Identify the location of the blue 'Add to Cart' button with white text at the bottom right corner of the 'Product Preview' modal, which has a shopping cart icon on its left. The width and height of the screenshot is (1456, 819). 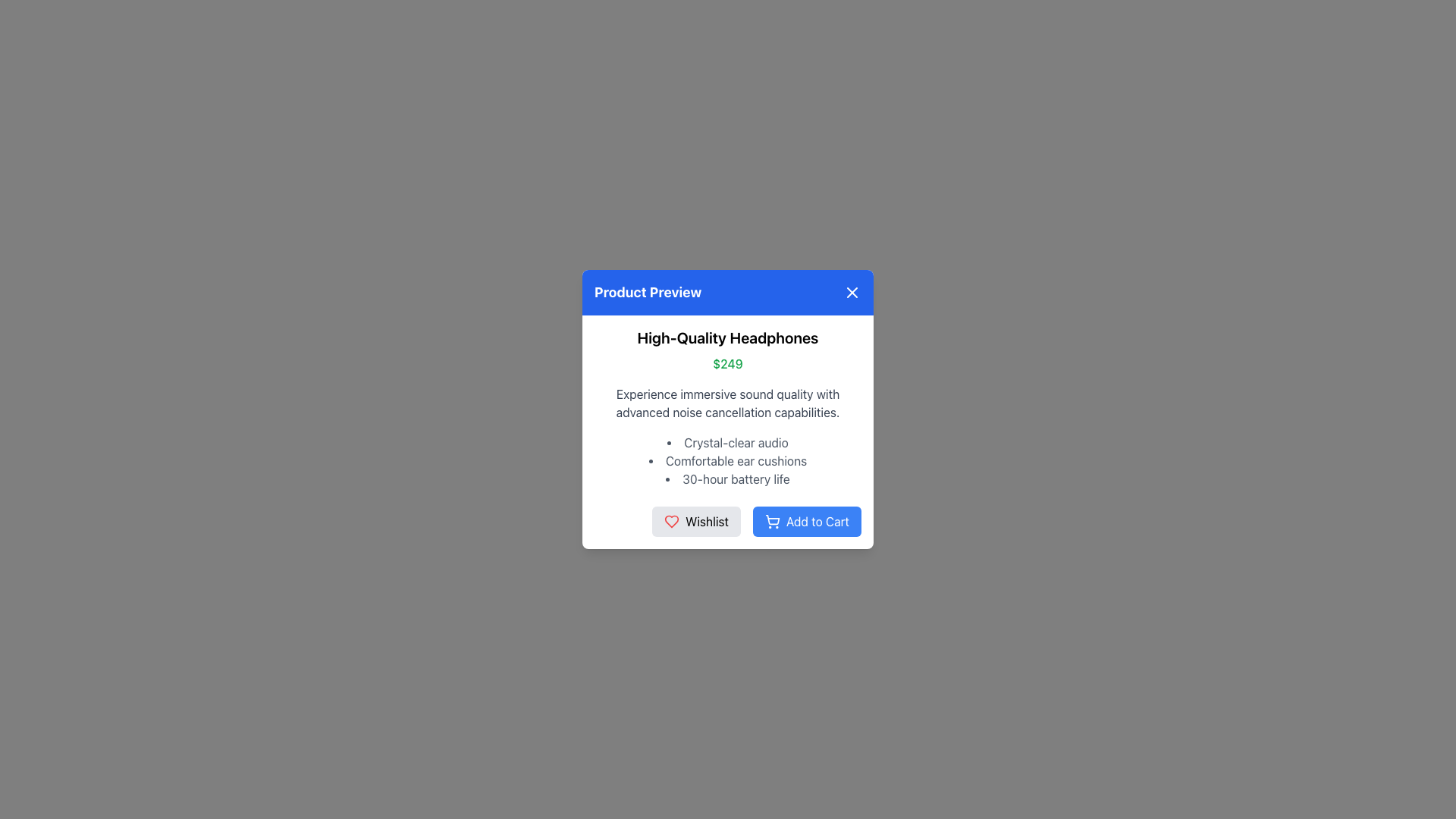
(806, 520).